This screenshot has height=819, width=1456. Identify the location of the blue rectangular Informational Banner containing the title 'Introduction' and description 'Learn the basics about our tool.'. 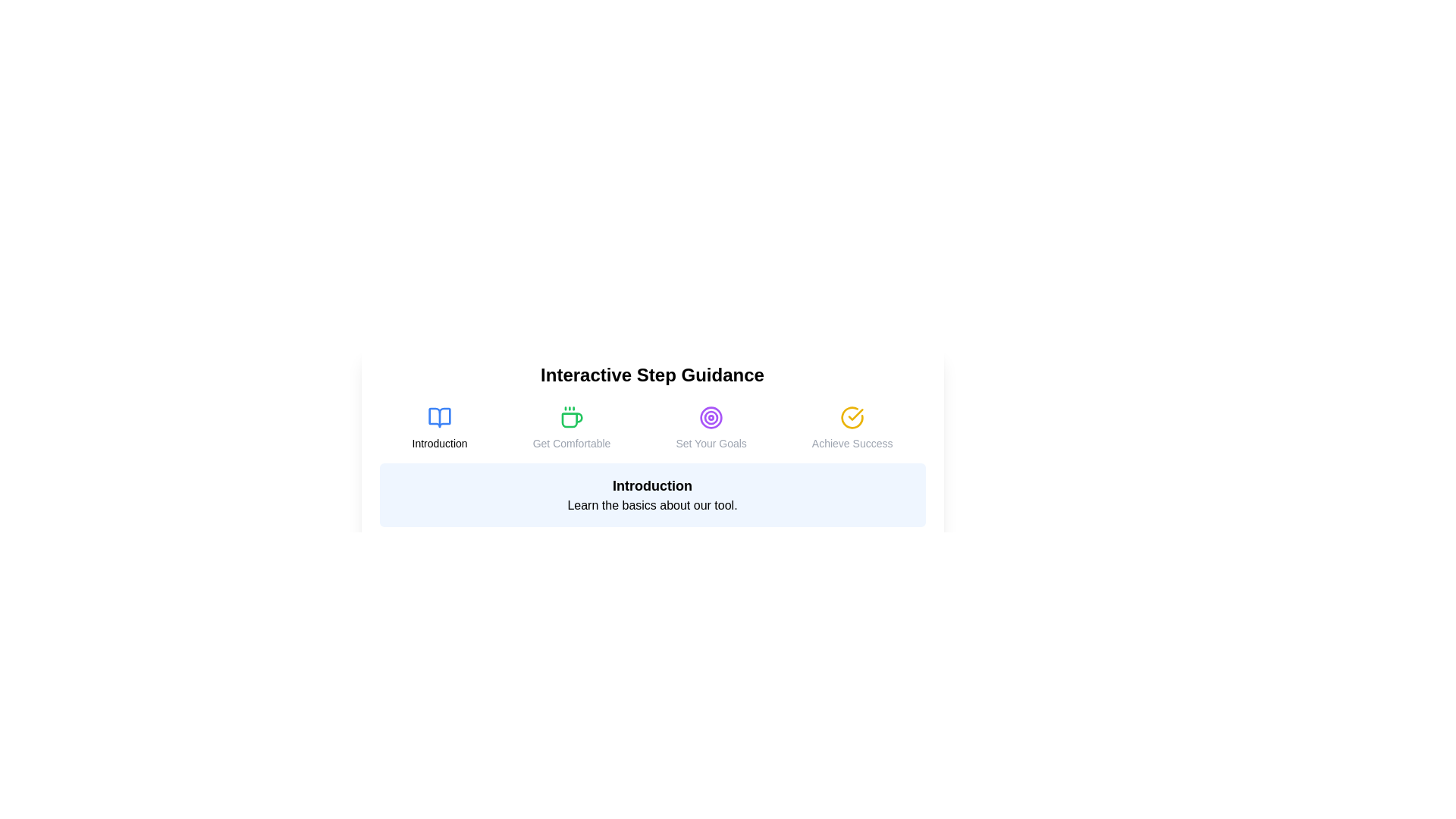
(652, 494).